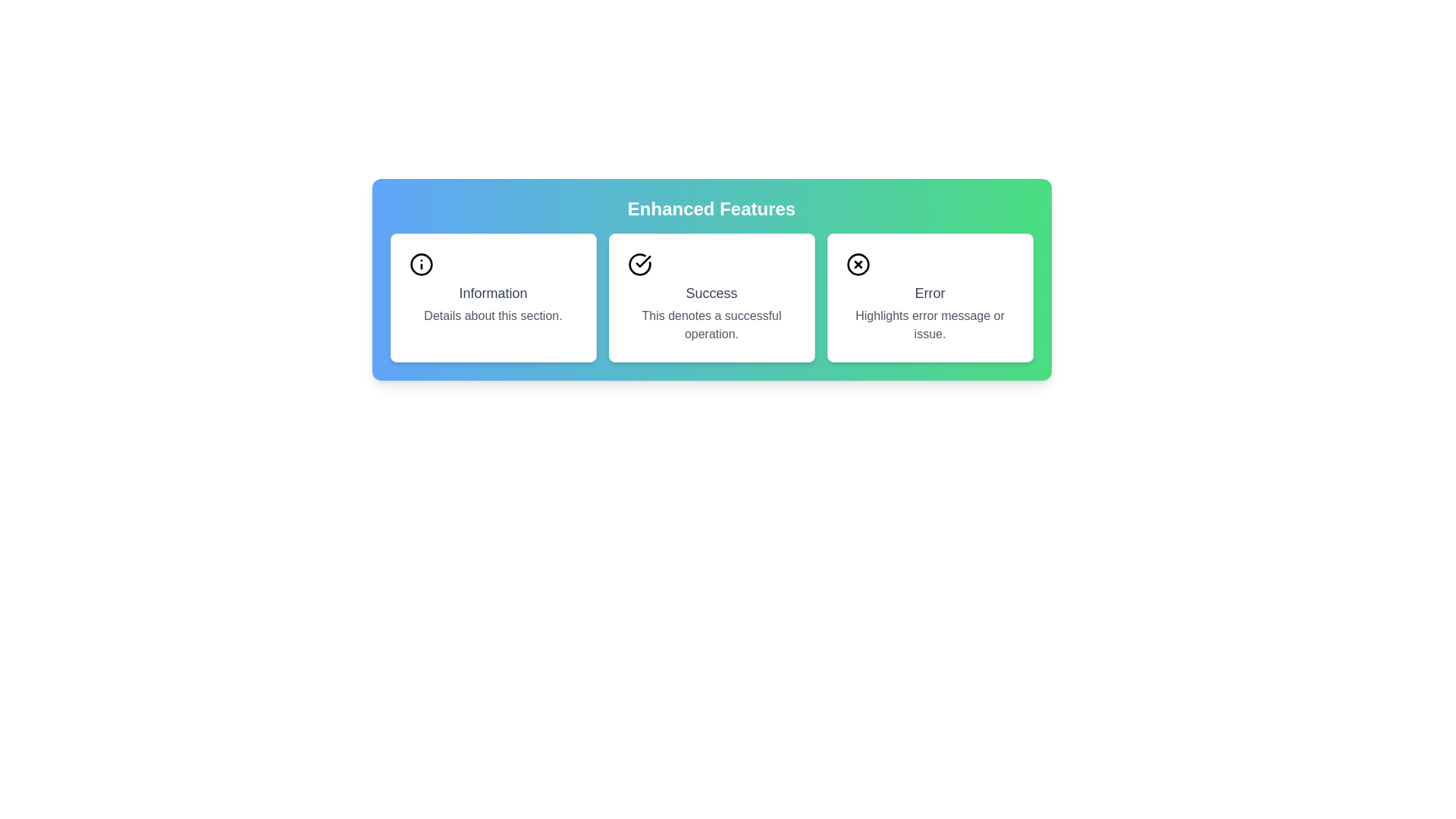 This screenshot has width=1456, height=819. I want to click on the text label indicating an issue or error in the rightmost card of the horizontal interface, positioned below an icon and above a descriptive subtitle, so click(929, 293).